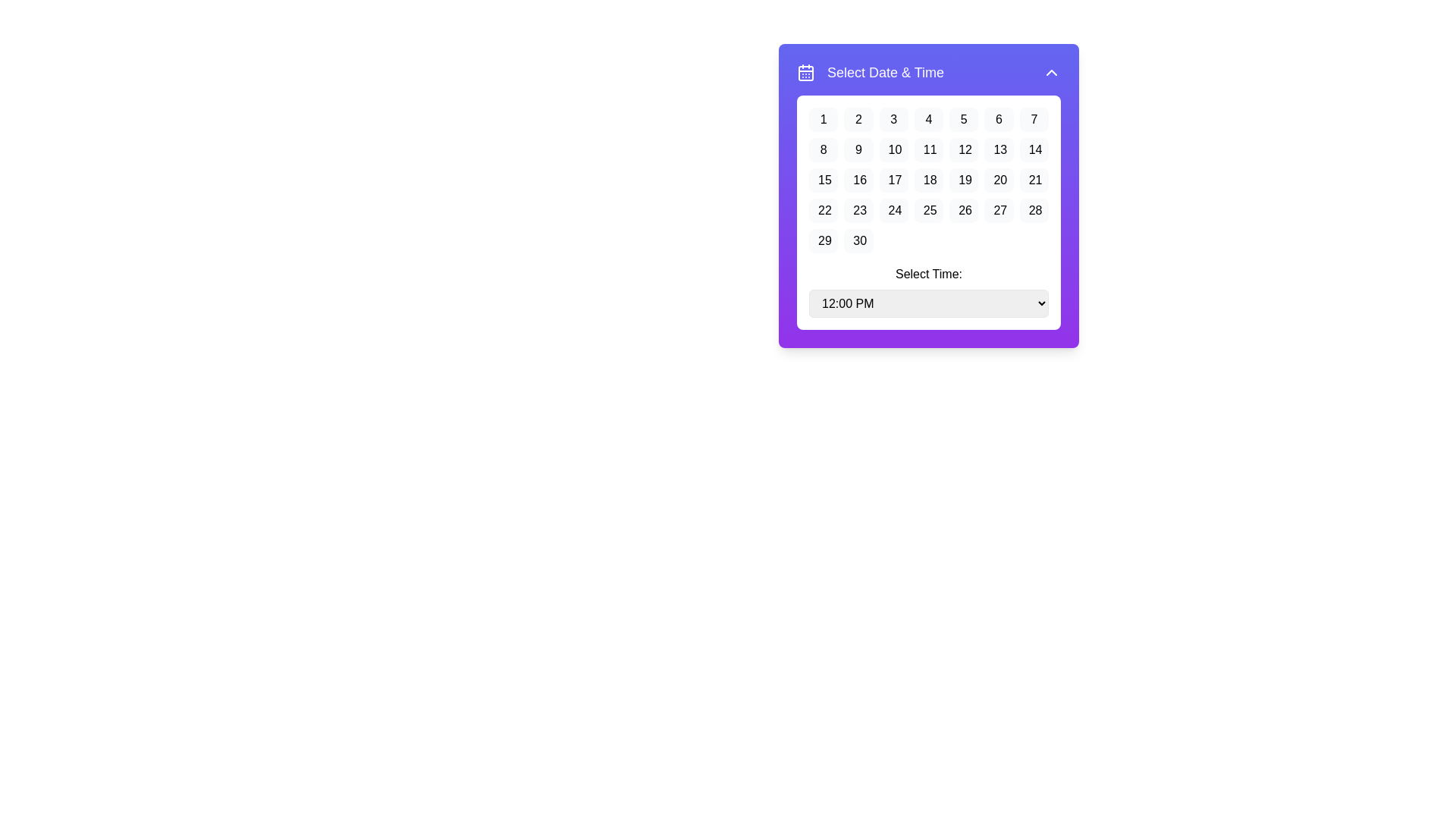 This screenshot has width=1456, height=819. I want to click on the button representing the date value '15' in the date picker interface, so click(823, 180).